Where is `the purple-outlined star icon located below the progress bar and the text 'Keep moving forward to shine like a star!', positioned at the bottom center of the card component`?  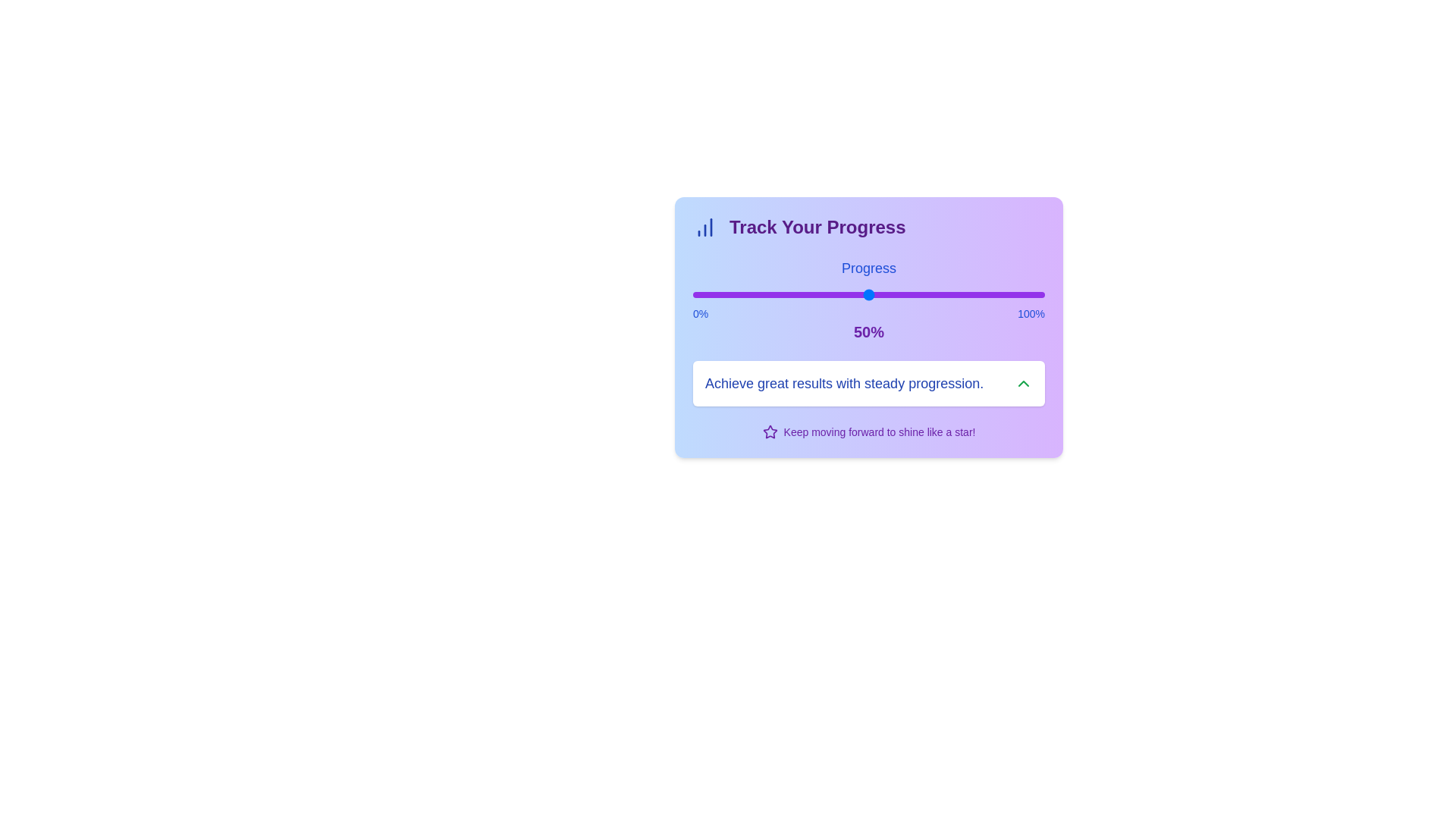 the purple-outlined star icon located below the progress bar and the text 'Keep moving forward to shine like a star!', positioned at the bottom center of the card component is located at coordinates (770, 431).